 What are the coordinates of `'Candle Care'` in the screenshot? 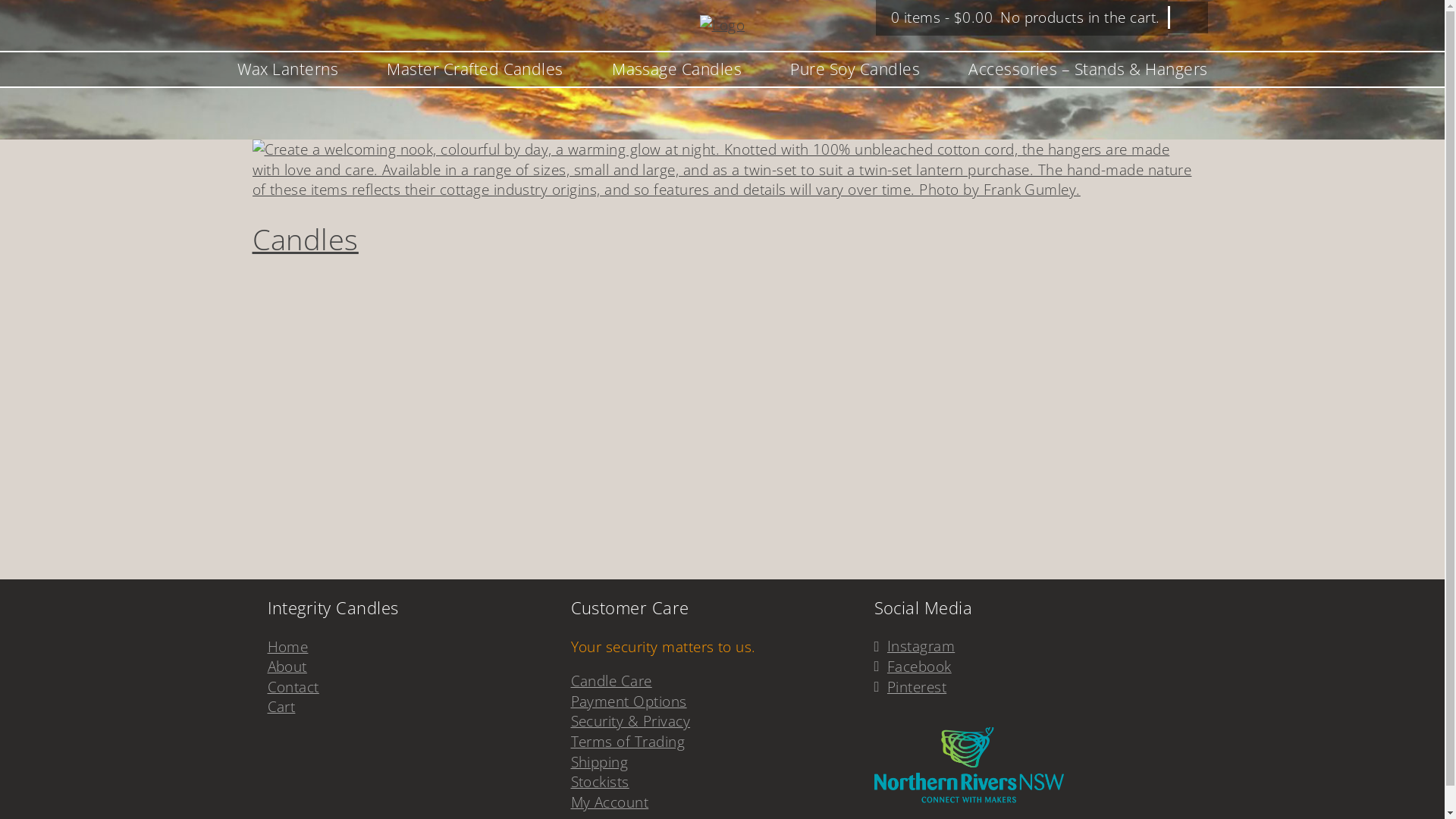 It's located at (610, 680).